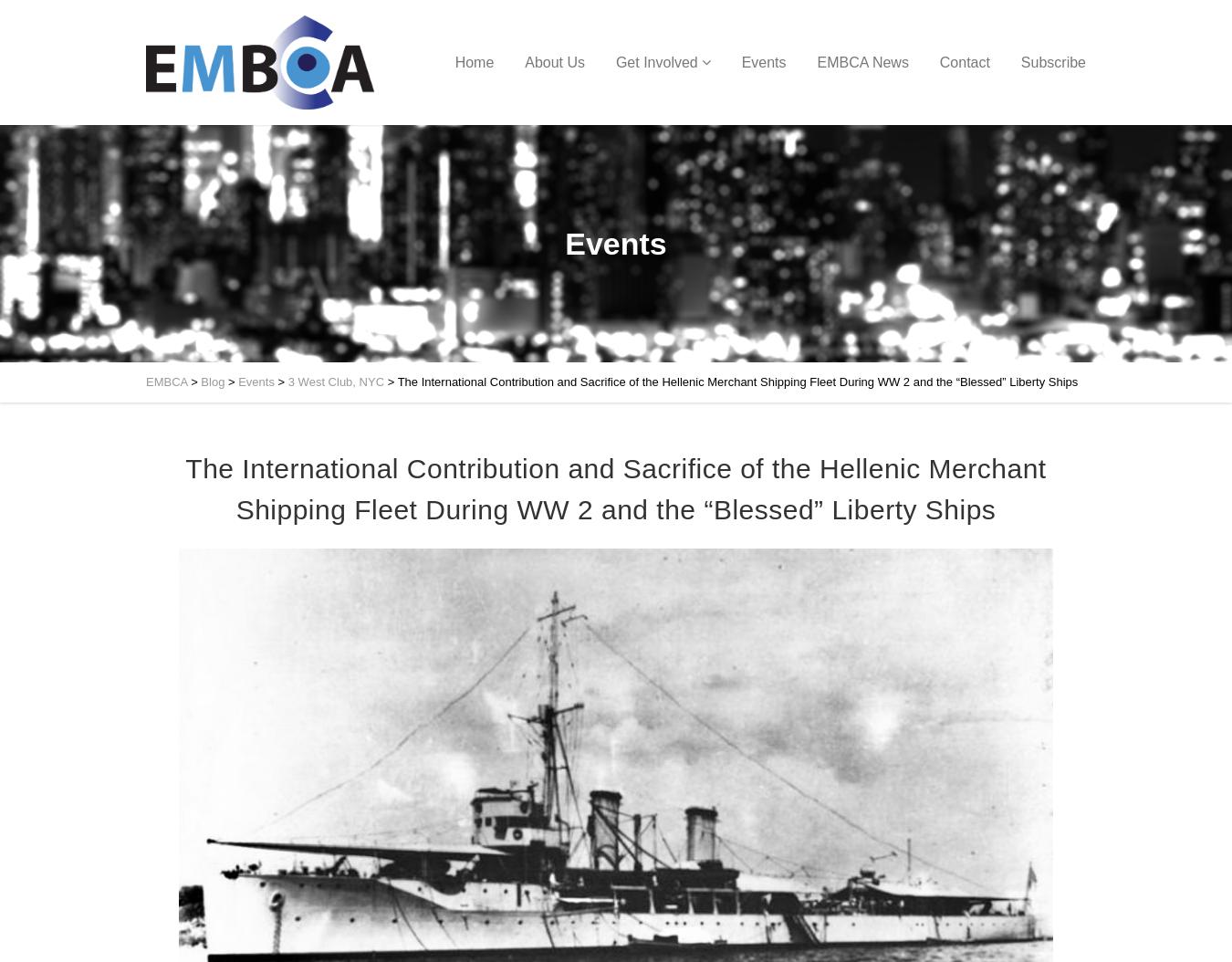 Image resolution: width=1232 pixels, height=962 pixels. I want to click on 'EMBCA News', so click(861, 61).